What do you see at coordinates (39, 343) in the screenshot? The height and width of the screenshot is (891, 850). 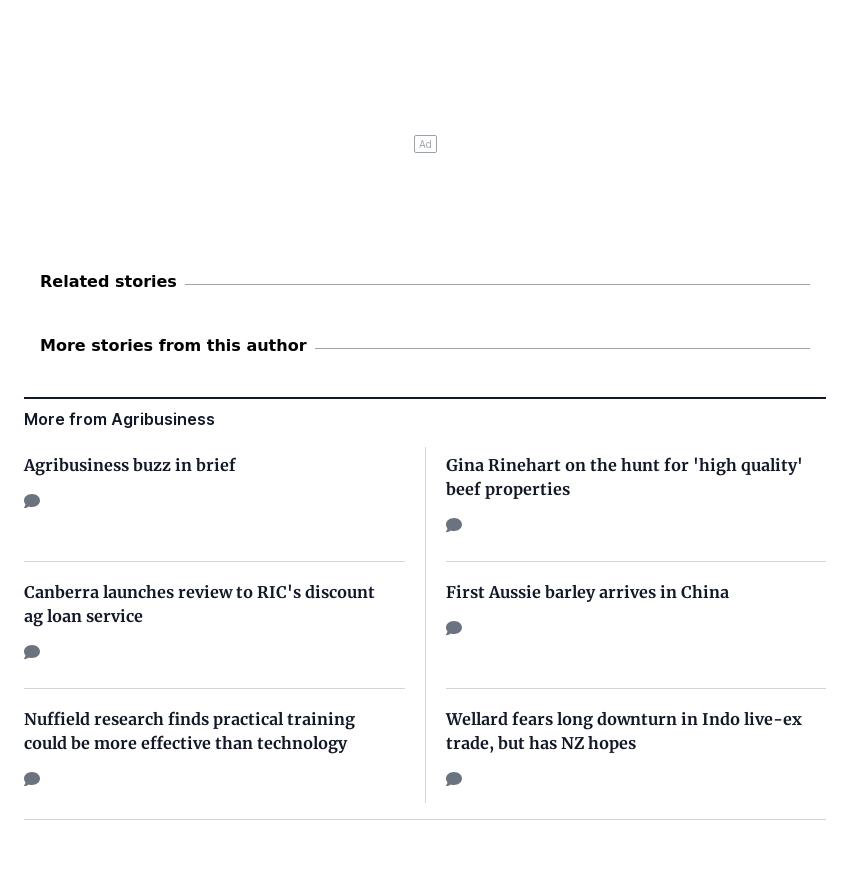 I see `'More stories from this author'` at bounding box center [39, 343].